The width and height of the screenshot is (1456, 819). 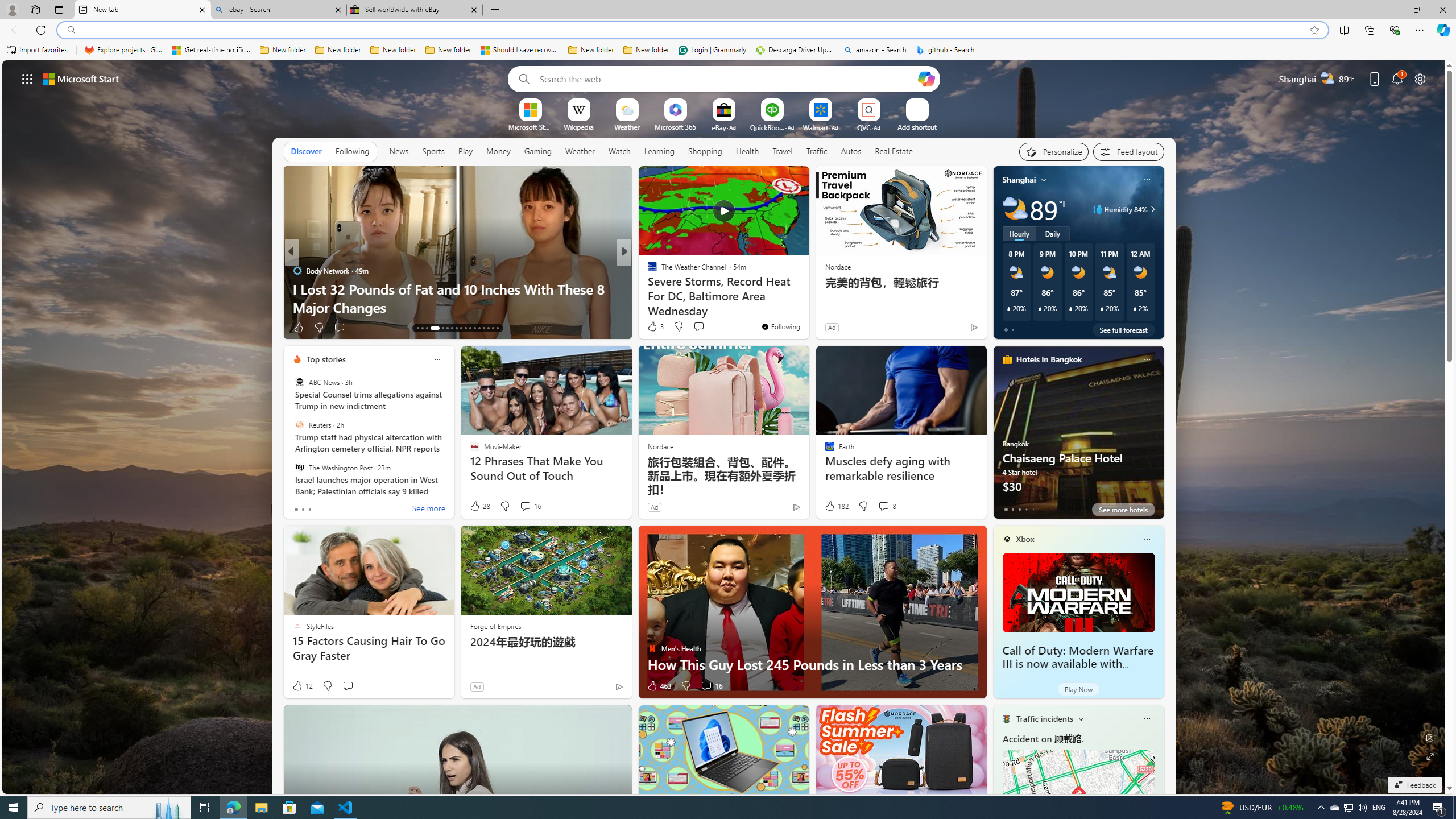 I want to click on 'AutomationID: tab-15', so click(x=427, y=328).